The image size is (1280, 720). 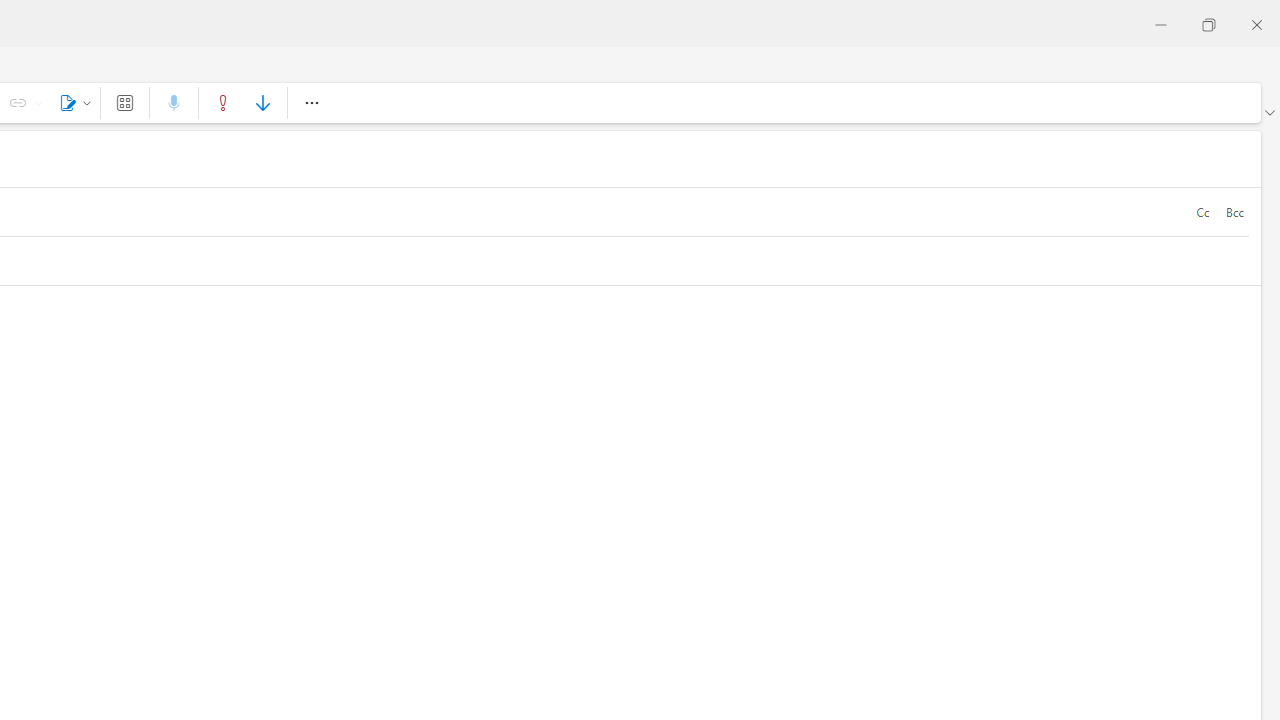 What do you see at coordinates (1268, 113) in the screenshot?
I see `'Ribbon display options'` at bounding box center [1268, 113].